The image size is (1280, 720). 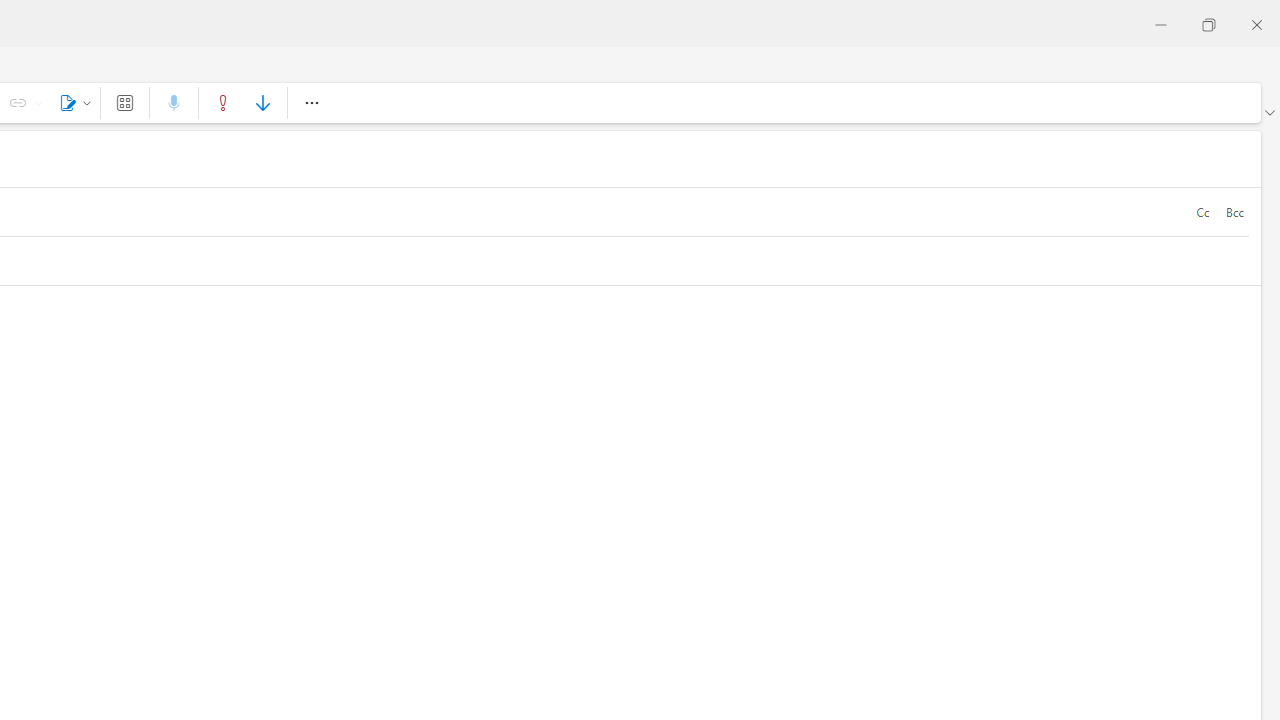 What do you see at coordinates (1268, 113) in the screenshot?
I see `'Ribbon display options'` at bounding box center [1268, 113].